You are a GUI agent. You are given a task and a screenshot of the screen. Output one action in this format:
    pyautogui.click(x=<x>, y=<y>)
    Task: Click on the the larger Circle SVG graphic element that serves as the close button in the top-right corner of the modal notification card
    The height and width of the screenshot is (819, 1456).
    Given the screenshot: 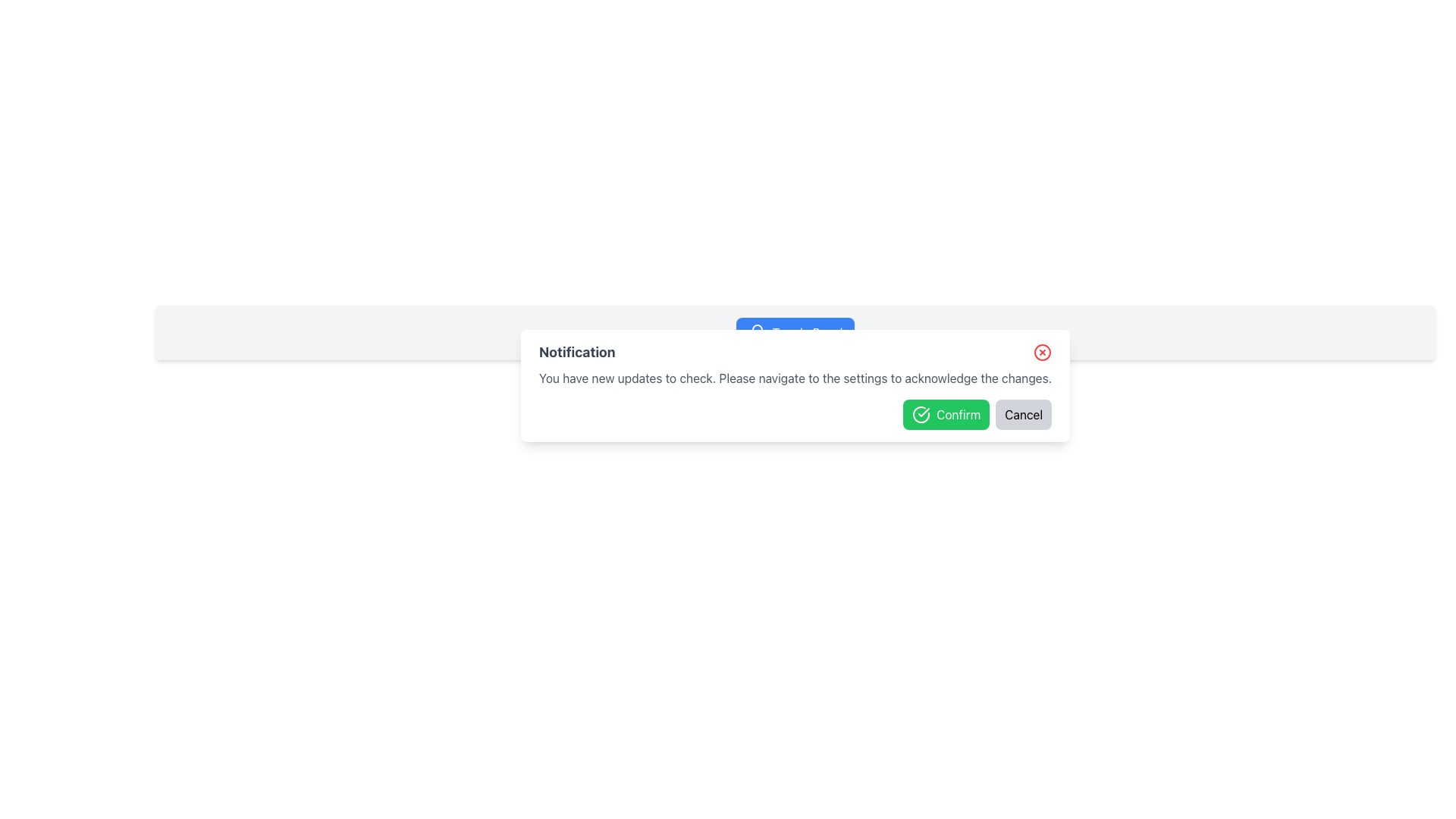 What is the action you would take?
    pyautogui.click(x=1042, y=353)
    